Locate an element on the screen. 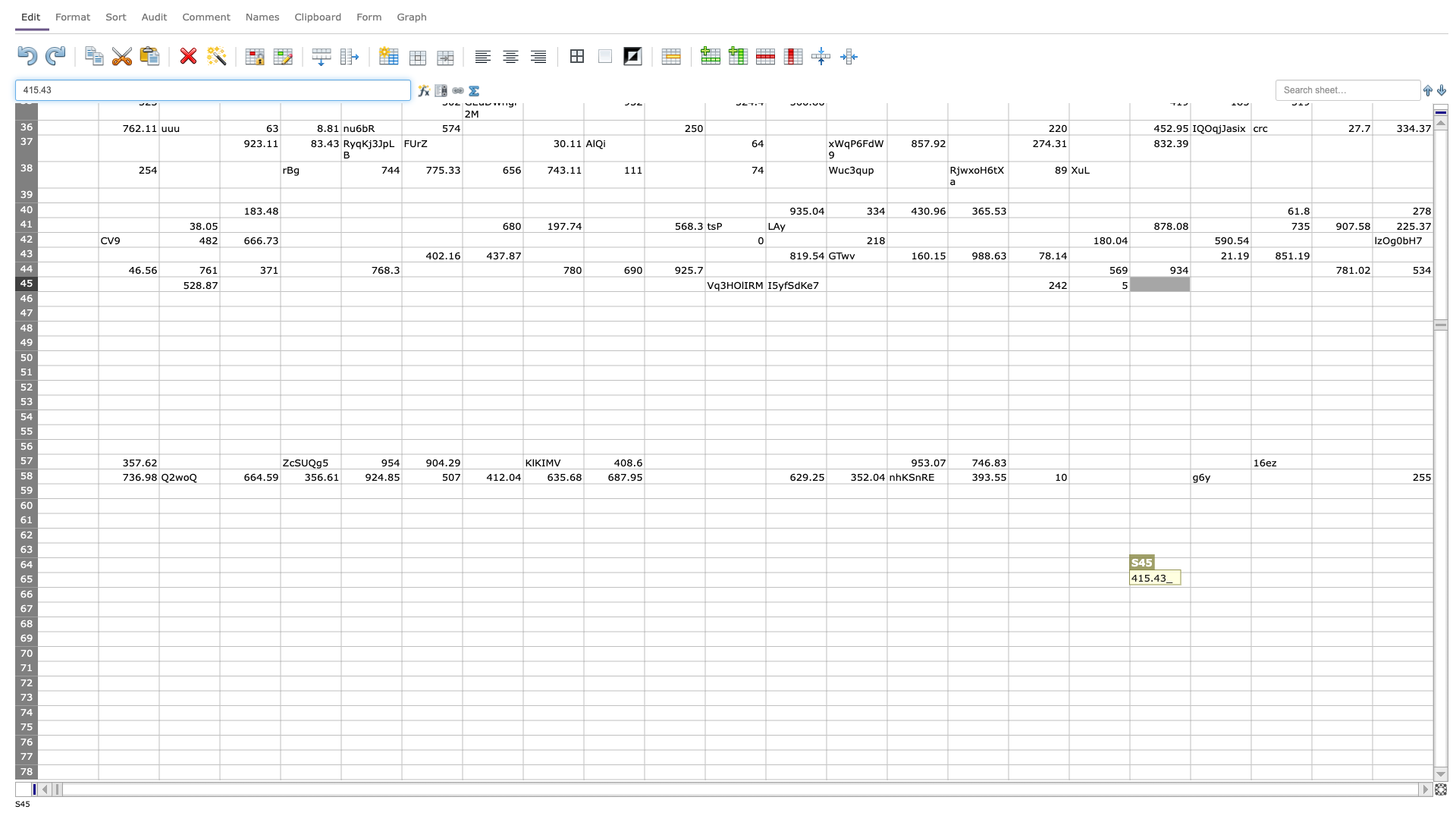 This screenshot has width=1456, height=819. Place cursor on fill handle point of T65 is located at coordinates (1251, 586).